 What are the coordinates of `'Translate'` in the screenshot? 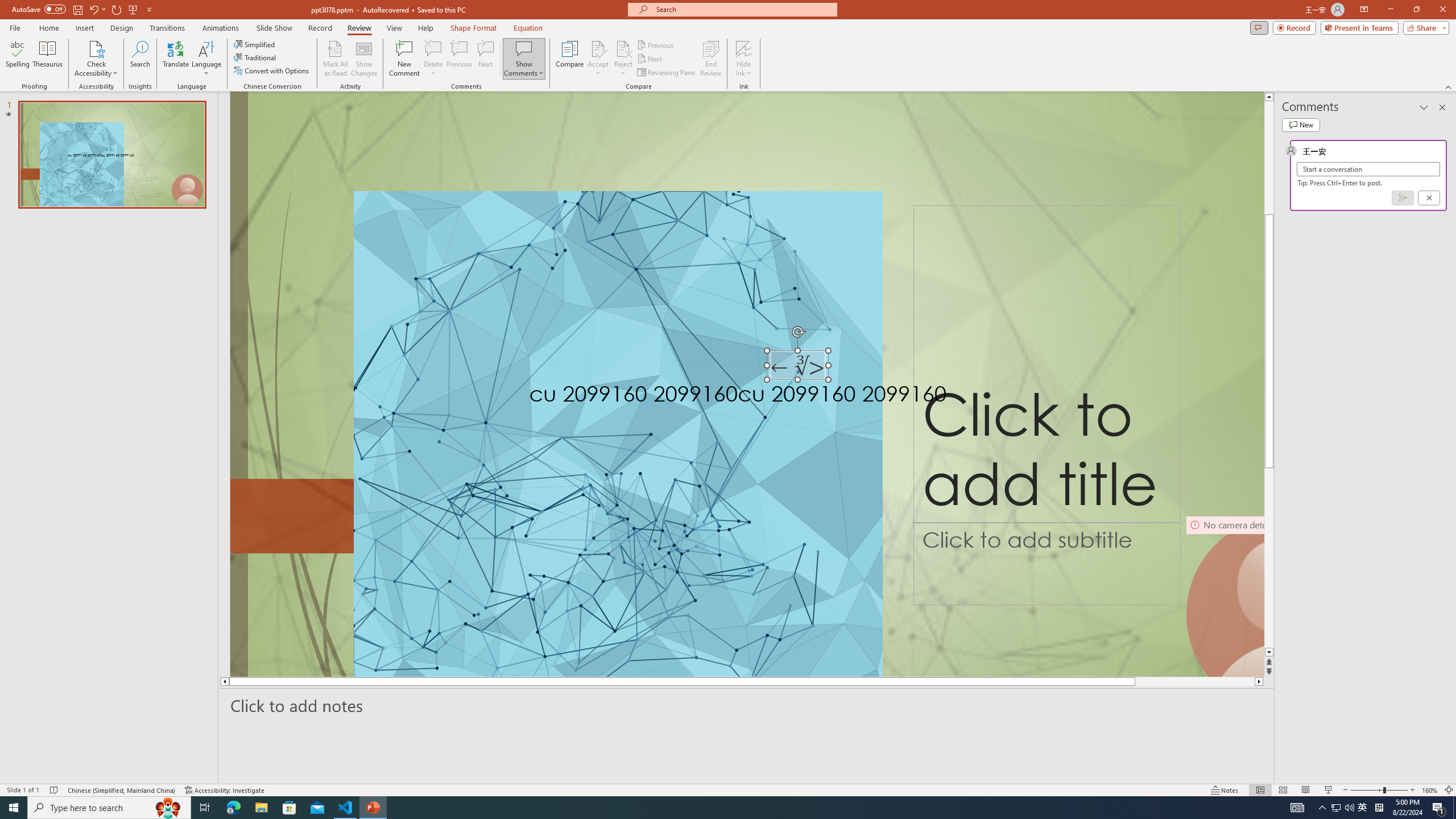 It's located at (176, 59).